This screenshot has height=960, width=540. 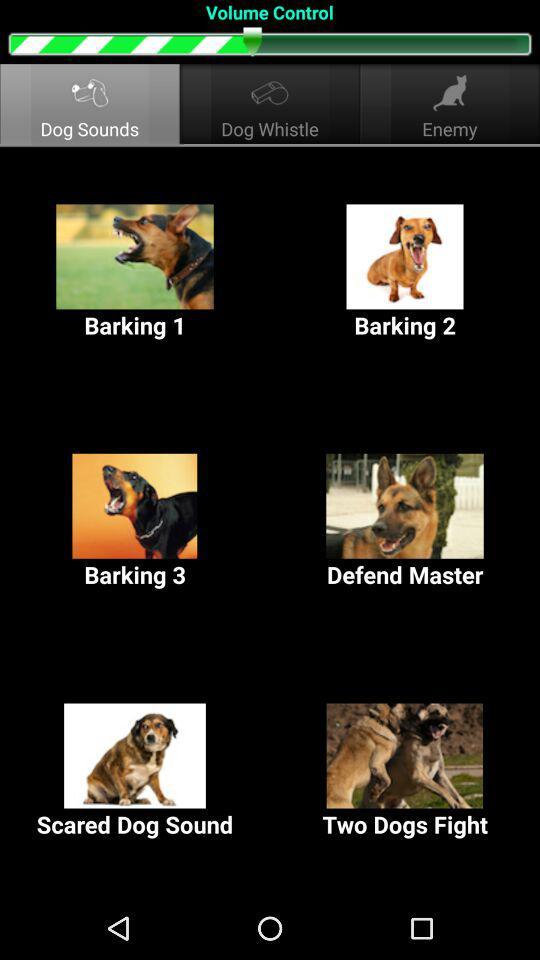 What do you see at coordinates (135, 770) in the screenshot?
I see `the button to the left of the two dogs fight icon` at bounding box center [135, 770].